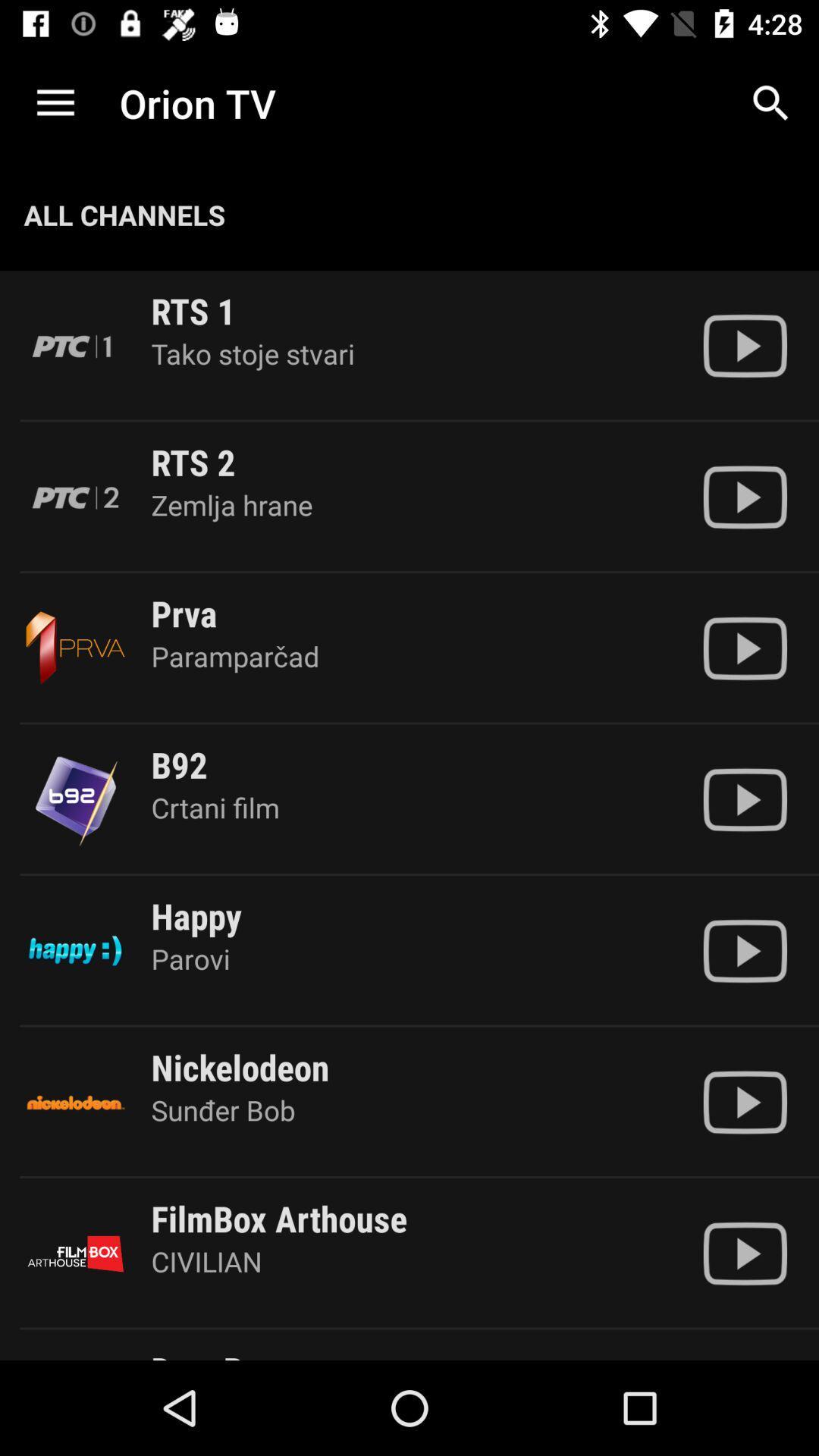 This screenshot has height=1456, width=819. What do you see at coordinates (744, 497) in the screenshot?
I see `plays the channel` at bounding box center [744, 497].